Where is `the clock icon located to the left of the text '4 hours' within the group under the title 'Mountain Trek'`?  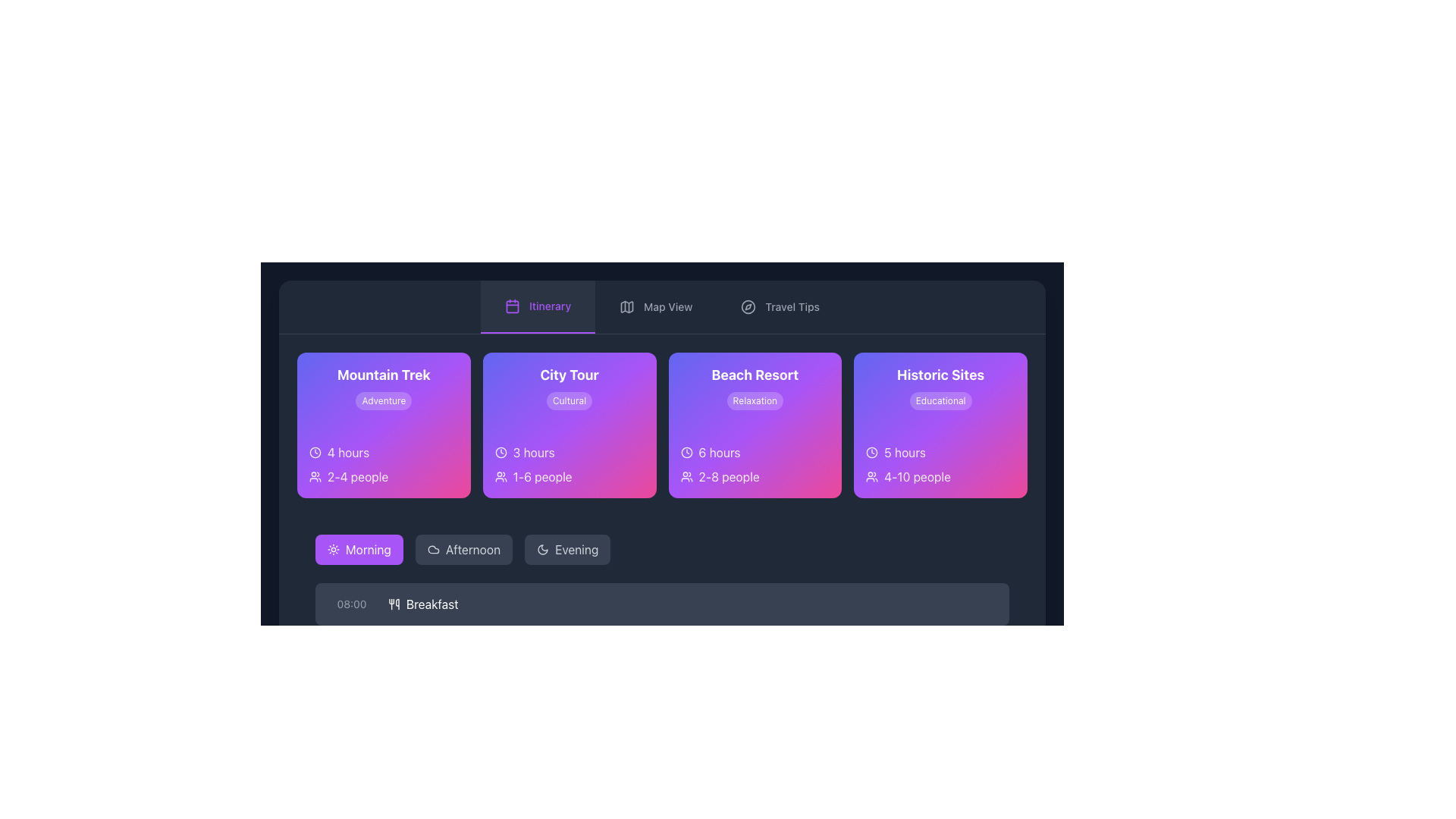 the clock icon located to the left of the text '4 hours' within the group under the title 'Mountain Trek' is located at coordinates (315, 452).